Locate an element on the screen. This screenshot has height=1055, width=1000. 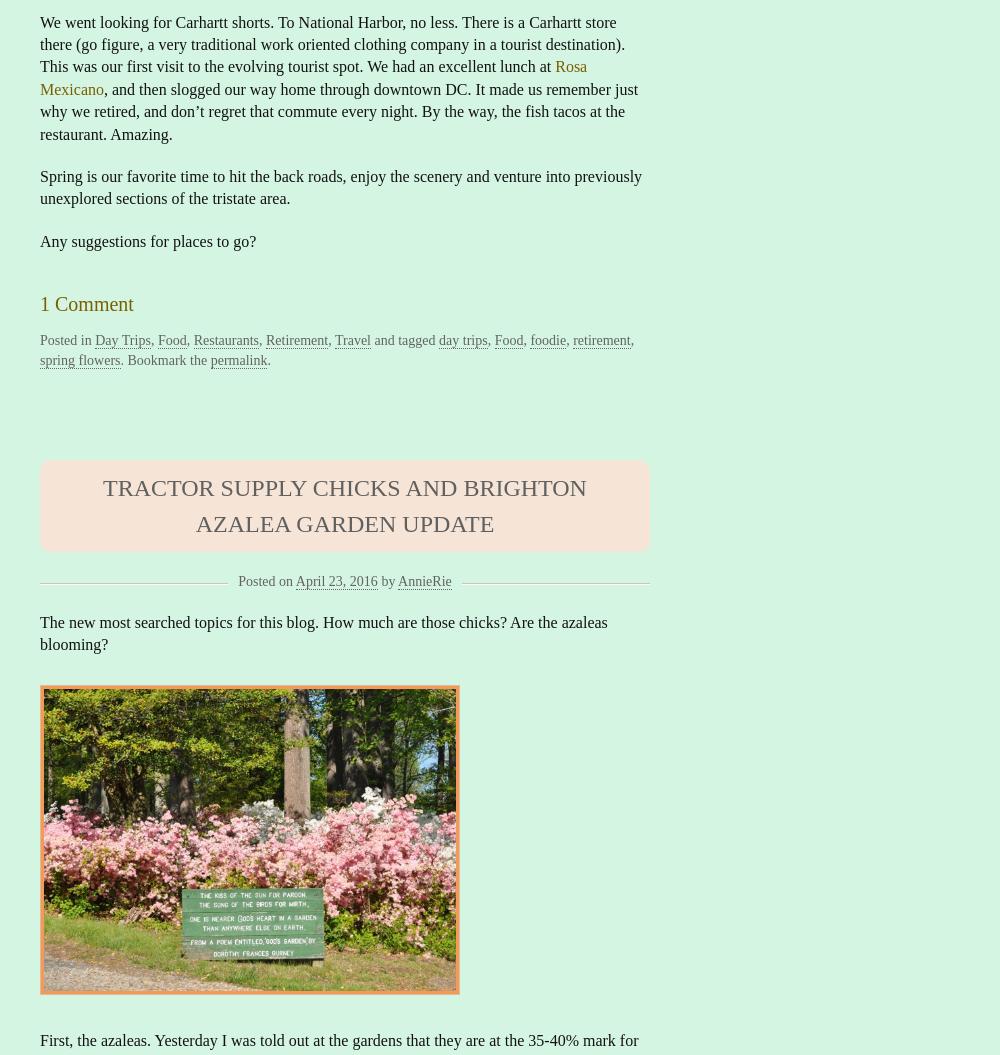
'retirement' is located at coordinates (600, 339).